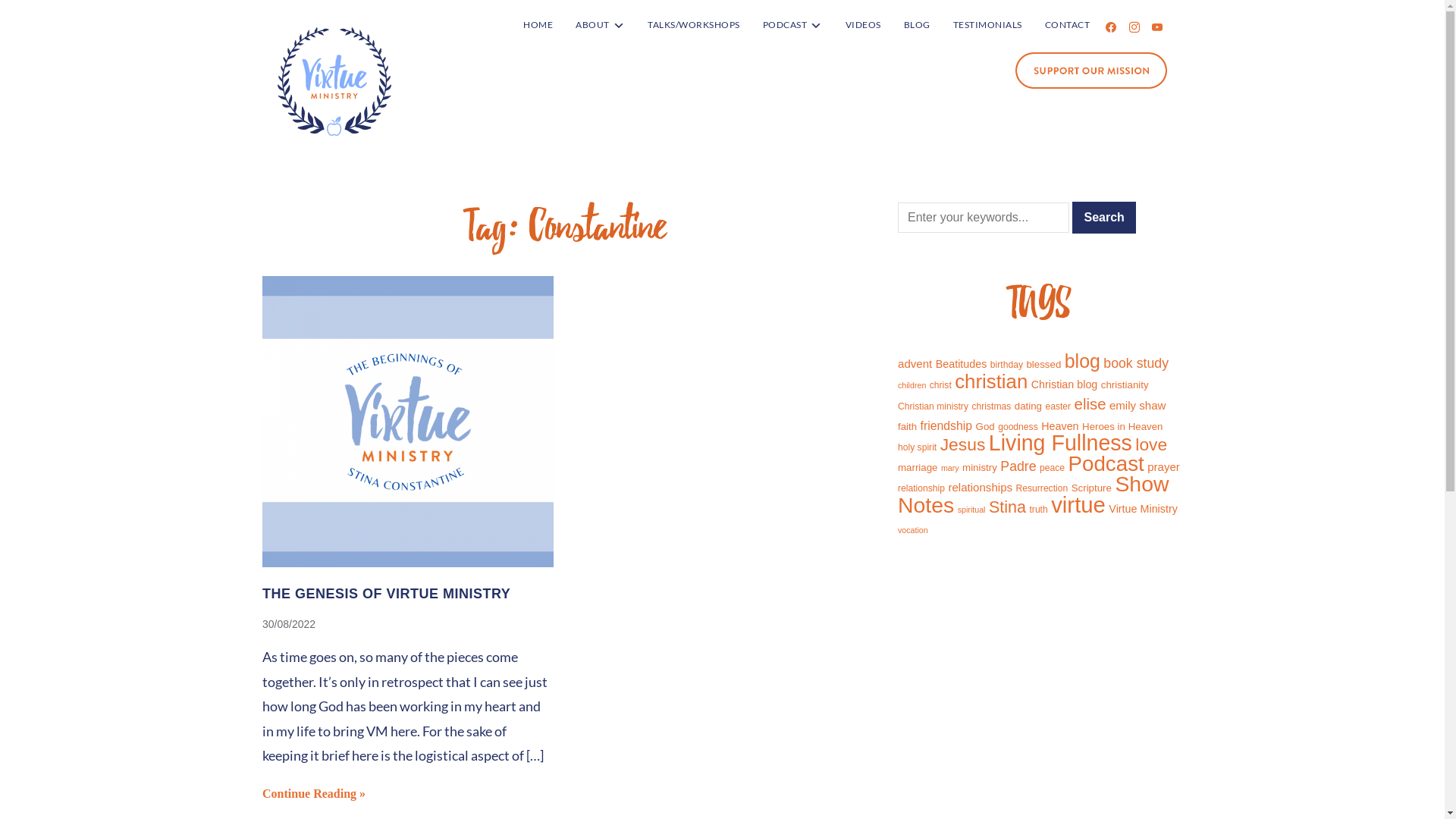 This screenshot has height=819, width=1456. What do you see at coordinates (979, 466) in the screenshot?
I see `'ministry'` at bounding box center [979, 466].